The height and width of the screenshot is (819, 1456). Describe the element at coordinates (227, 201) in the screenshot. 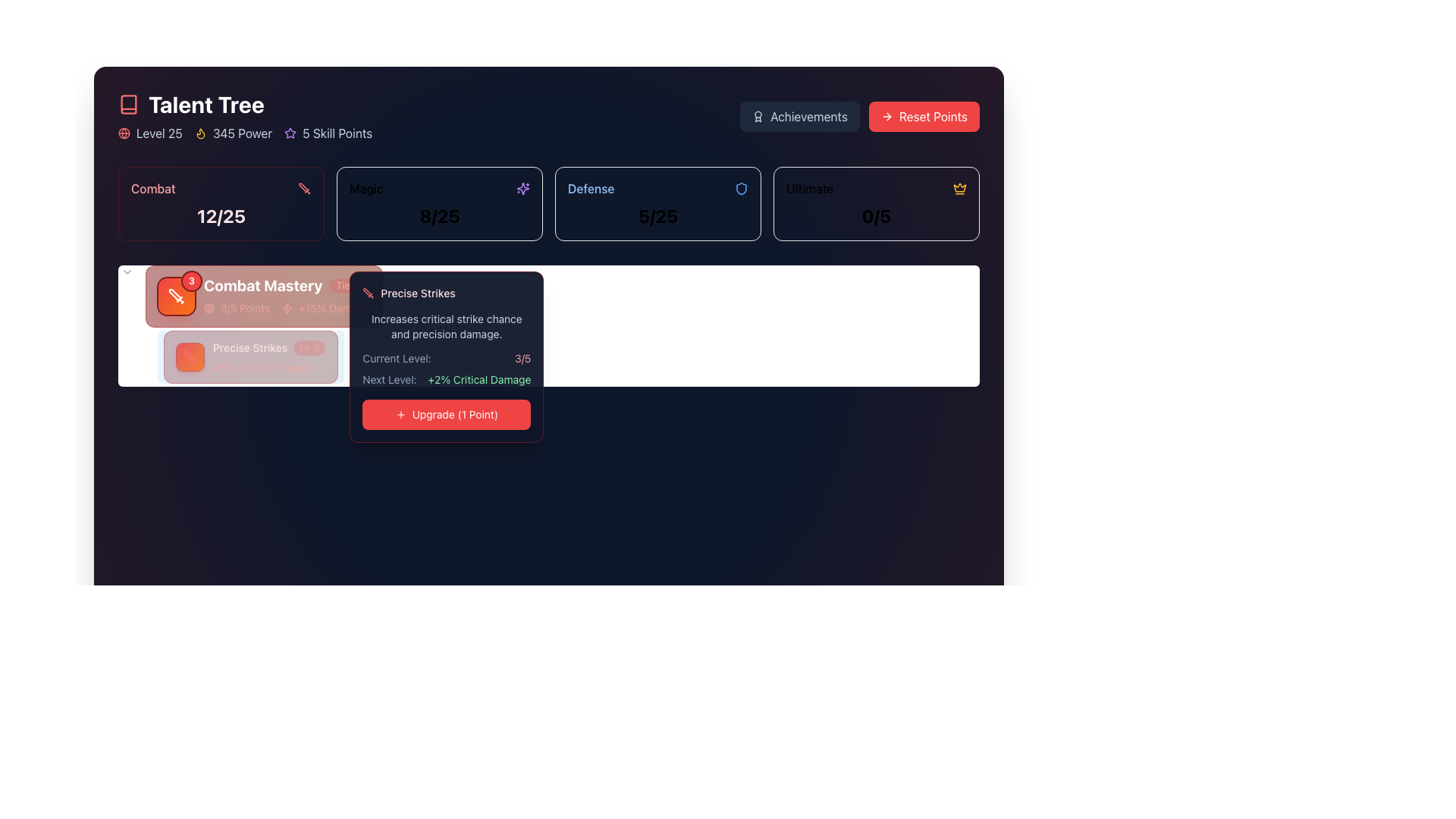

I see `the text display area that shows 'Summer Hits 2024' with a bold title and '42 tracks' as subtext, positioned towards the top-left of the interface` at that location.